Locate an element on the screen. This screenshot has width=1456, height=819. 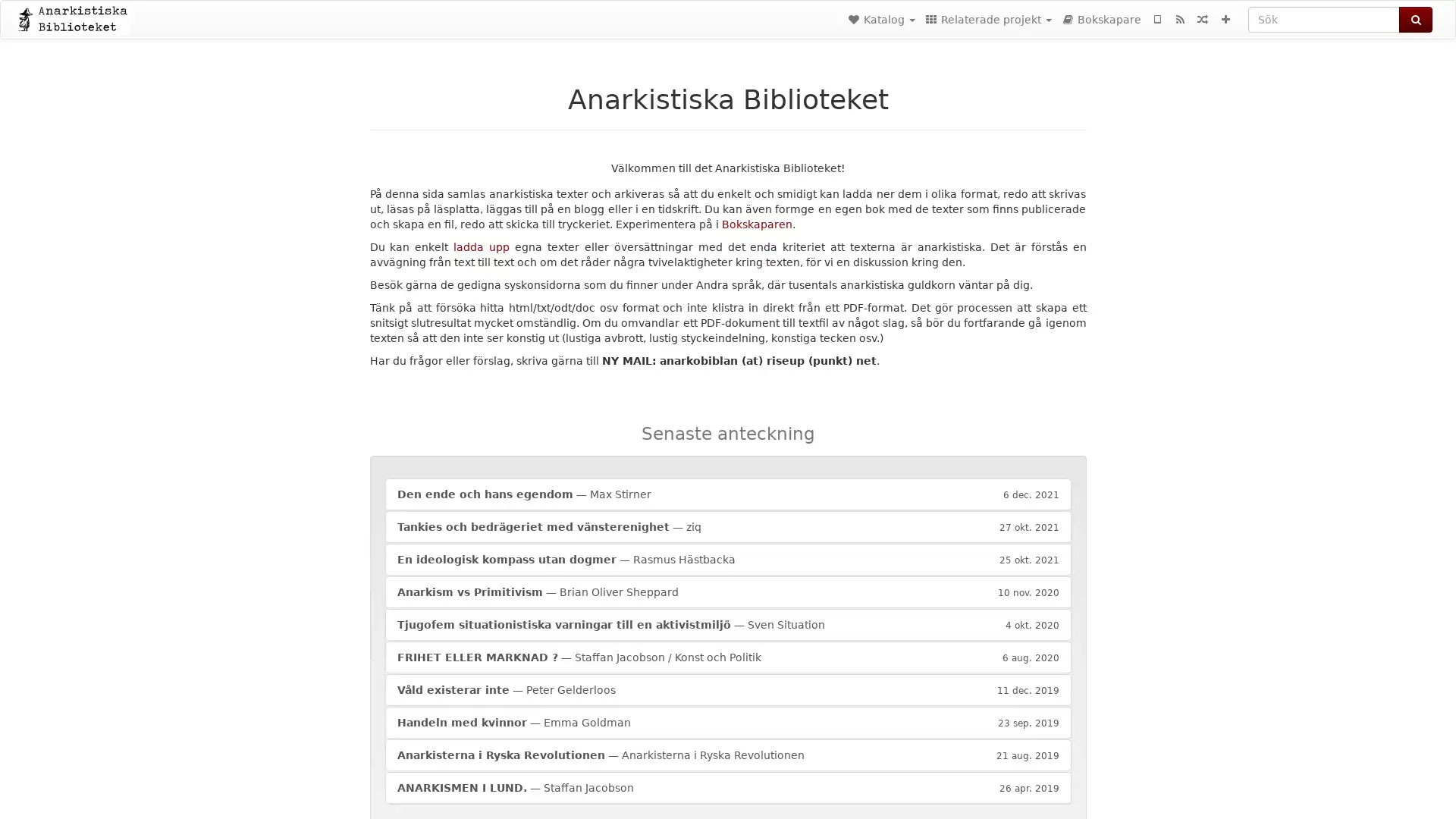
Sok is located at coordinates (1415, 20).